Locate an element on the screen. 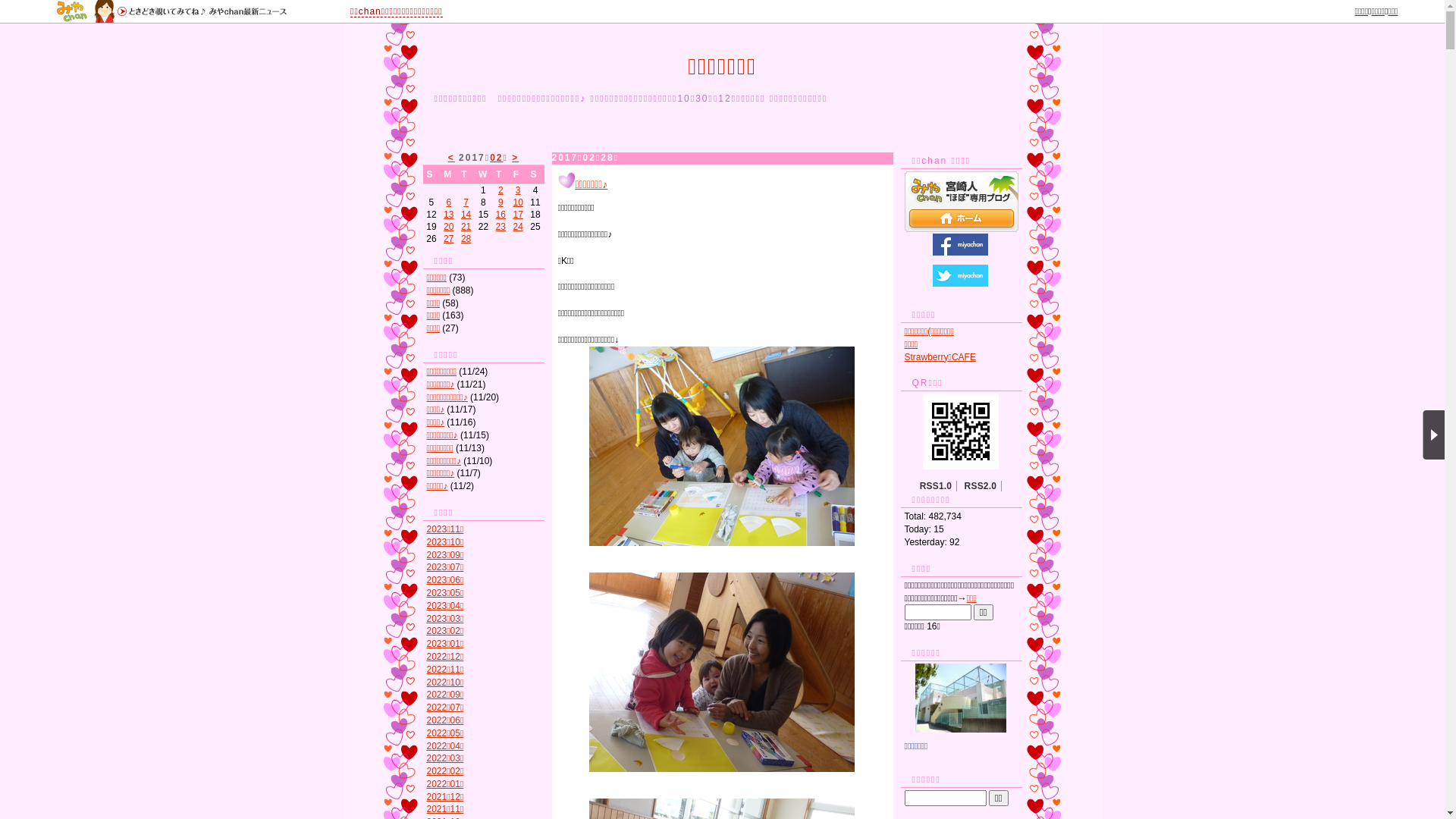 The height and width of the screenshot is (819, 1456). '02' is located at coordinates (496, 158).